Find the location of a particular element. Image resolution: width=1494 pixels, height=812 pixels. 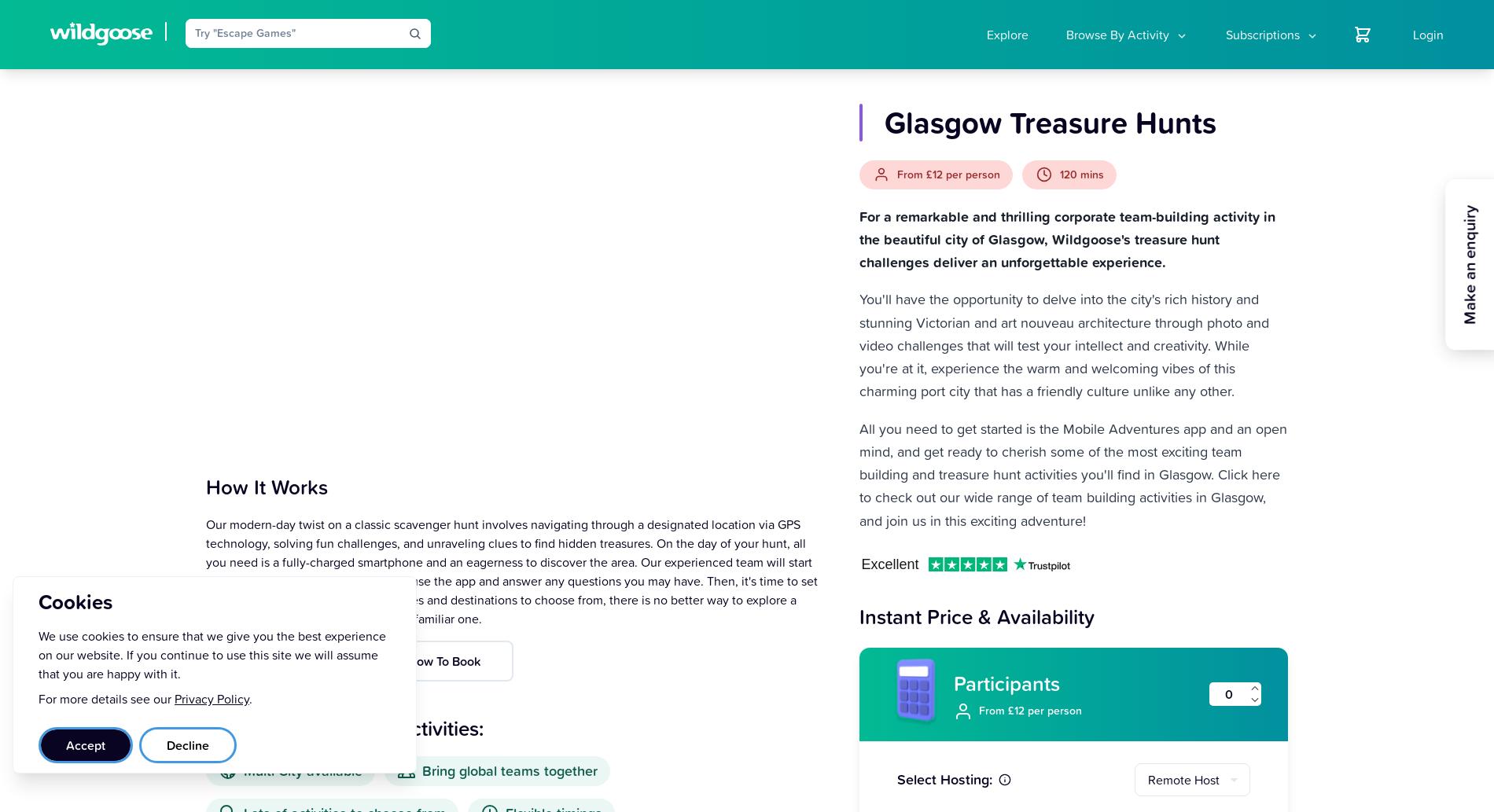

'Create a new booking' is located at coordinates (1328, 117).